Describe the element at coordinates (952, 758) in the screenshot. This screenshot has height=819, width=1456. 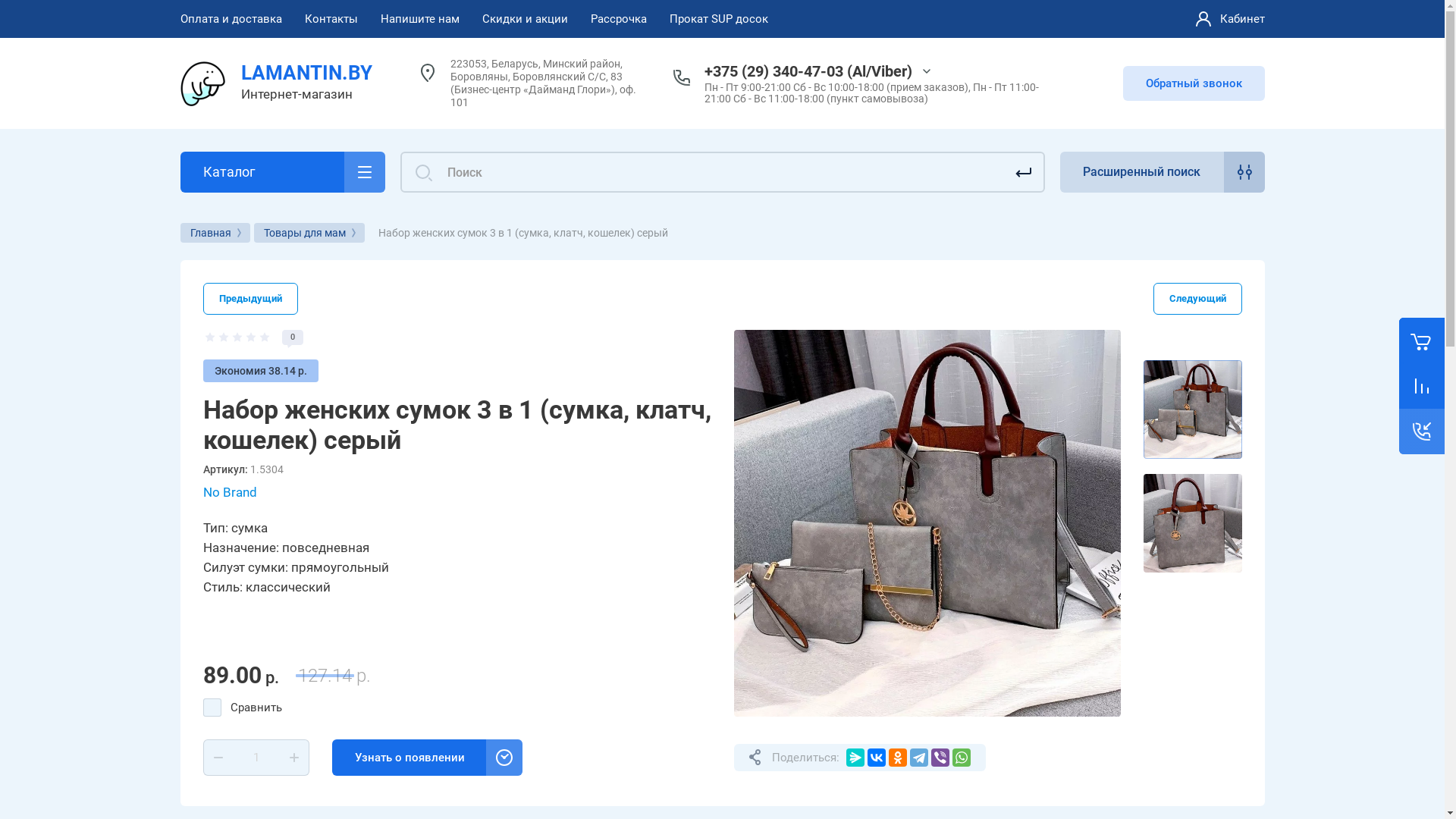
I see `'WhatsApp'` at that location.